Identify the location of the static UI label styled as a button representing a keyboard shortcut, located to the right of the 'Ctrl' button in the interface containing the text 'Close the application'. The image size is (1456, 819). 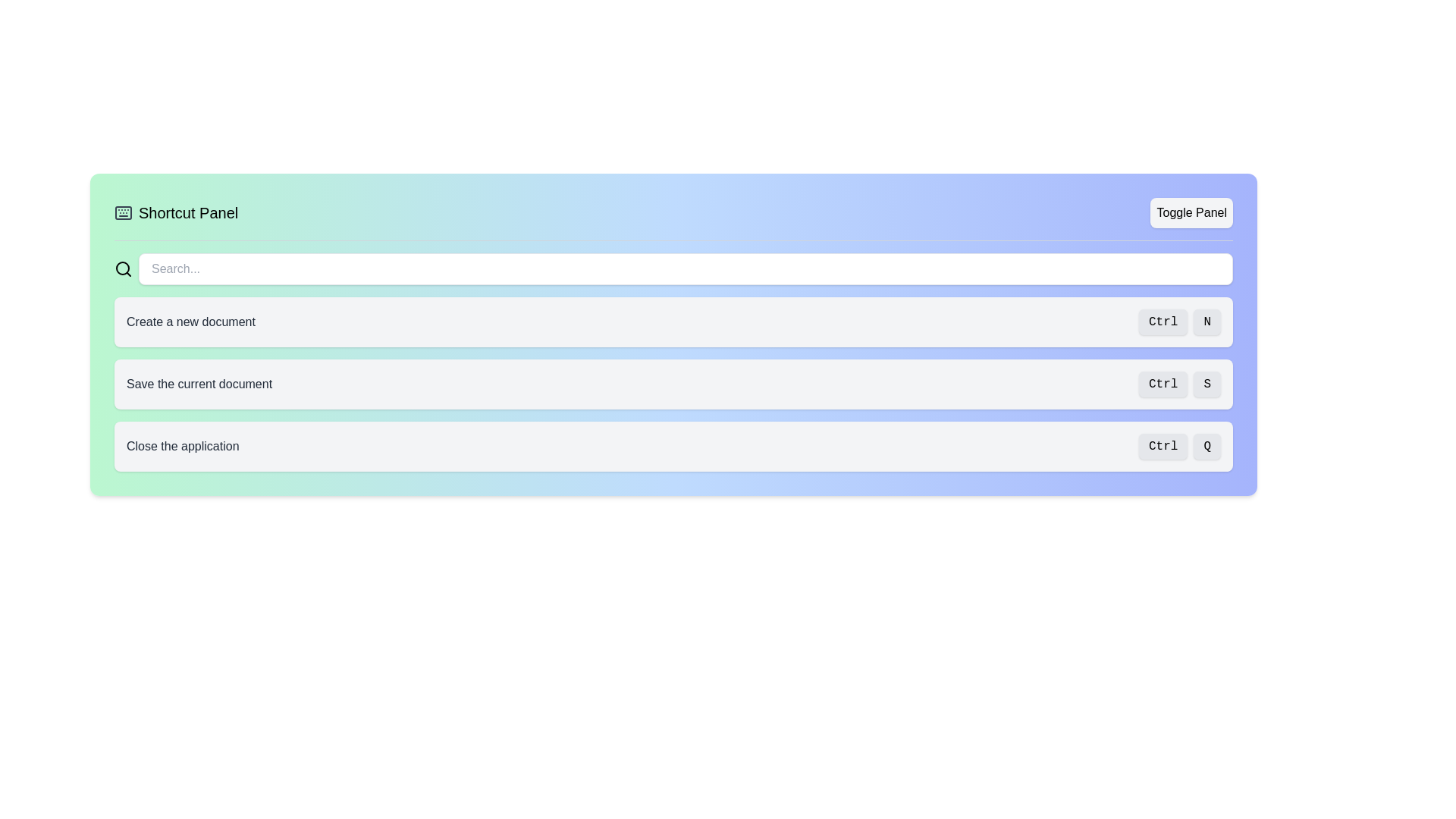
(1207, 446).